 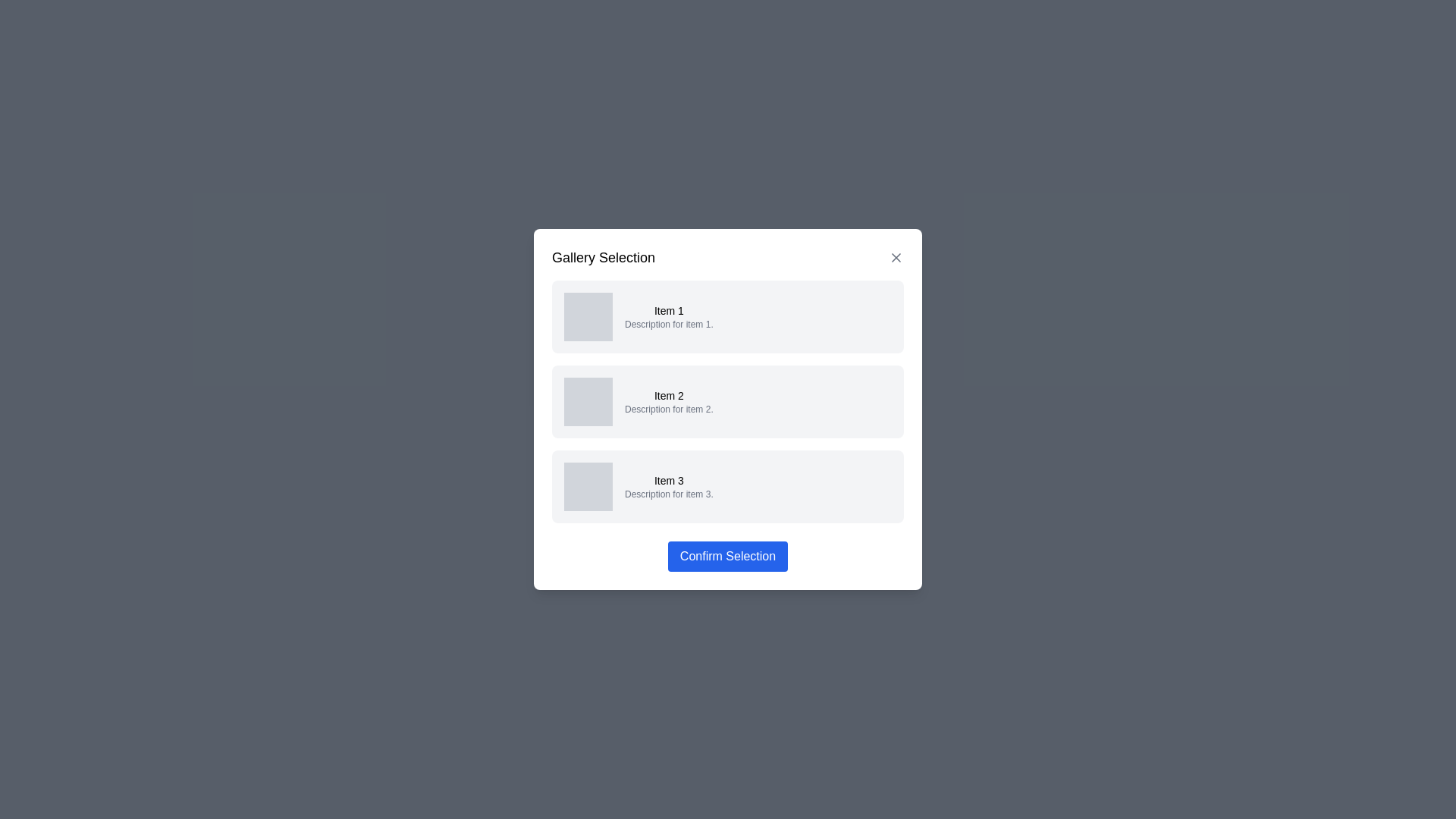 What do you see at coordinates (668, 324) in the screenshot?
I see `the text label reading 'Description for item 1.' located below the title 'Item 1' in the first entry of the vertical list` at bounding box center [668, 324].